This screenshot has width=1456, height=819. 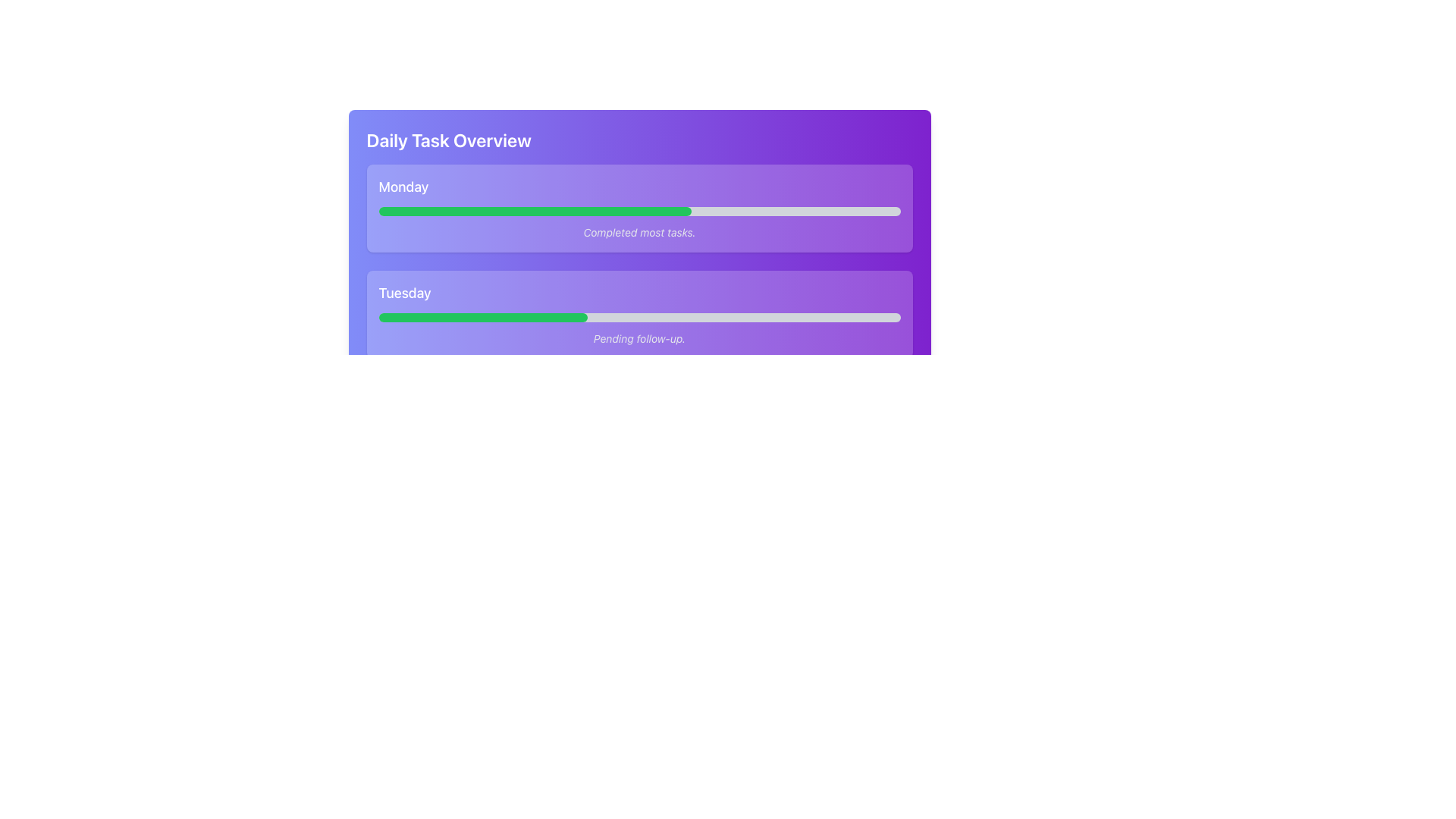 What do you see at coordinates (639, 211) in the screenshot?
I see `the progress bar indicating the completion status of tasks for Monday, located below the text 'Monday' and above 'Completed most tasks.'` at bounding box center [639, 211].